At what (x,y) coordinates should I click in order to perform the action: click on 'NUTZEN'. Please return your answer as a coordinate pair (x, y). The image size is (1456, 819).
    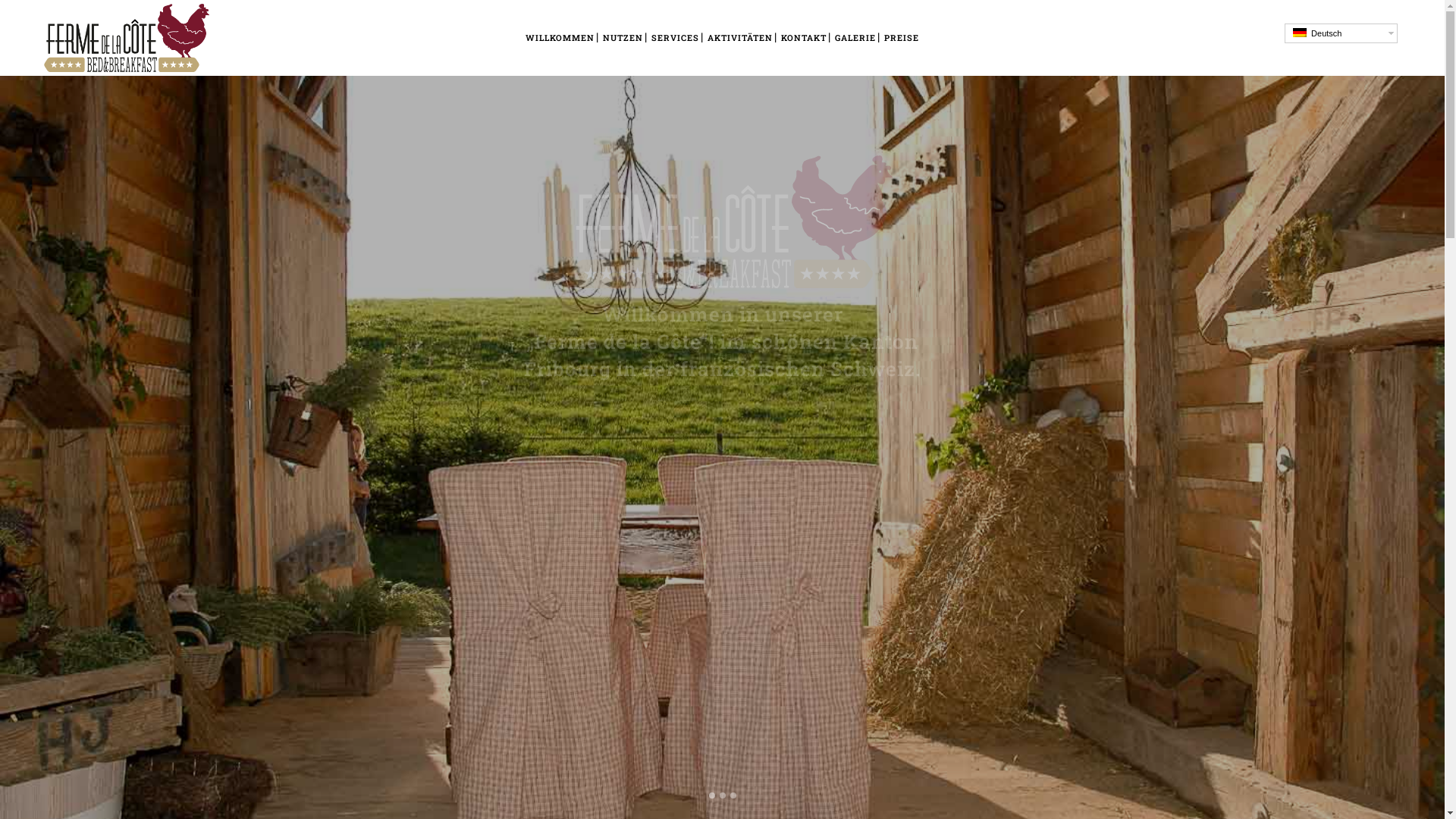
    Looking at the image, I should click on (623, 37).